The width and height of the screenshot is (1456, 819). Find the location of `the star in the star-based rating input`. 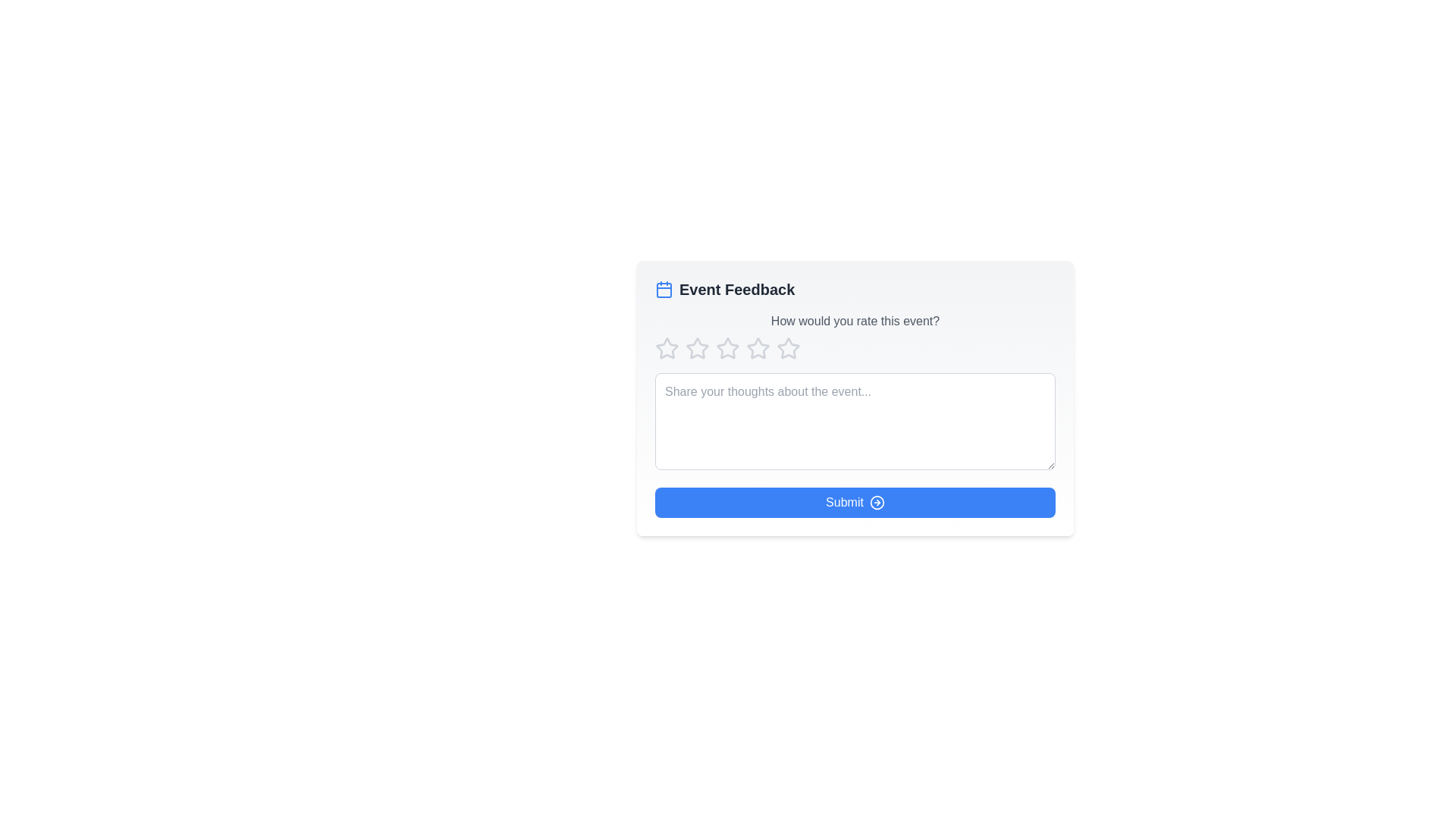

the star in the star-based rating input is located at coordinates (855, 348).